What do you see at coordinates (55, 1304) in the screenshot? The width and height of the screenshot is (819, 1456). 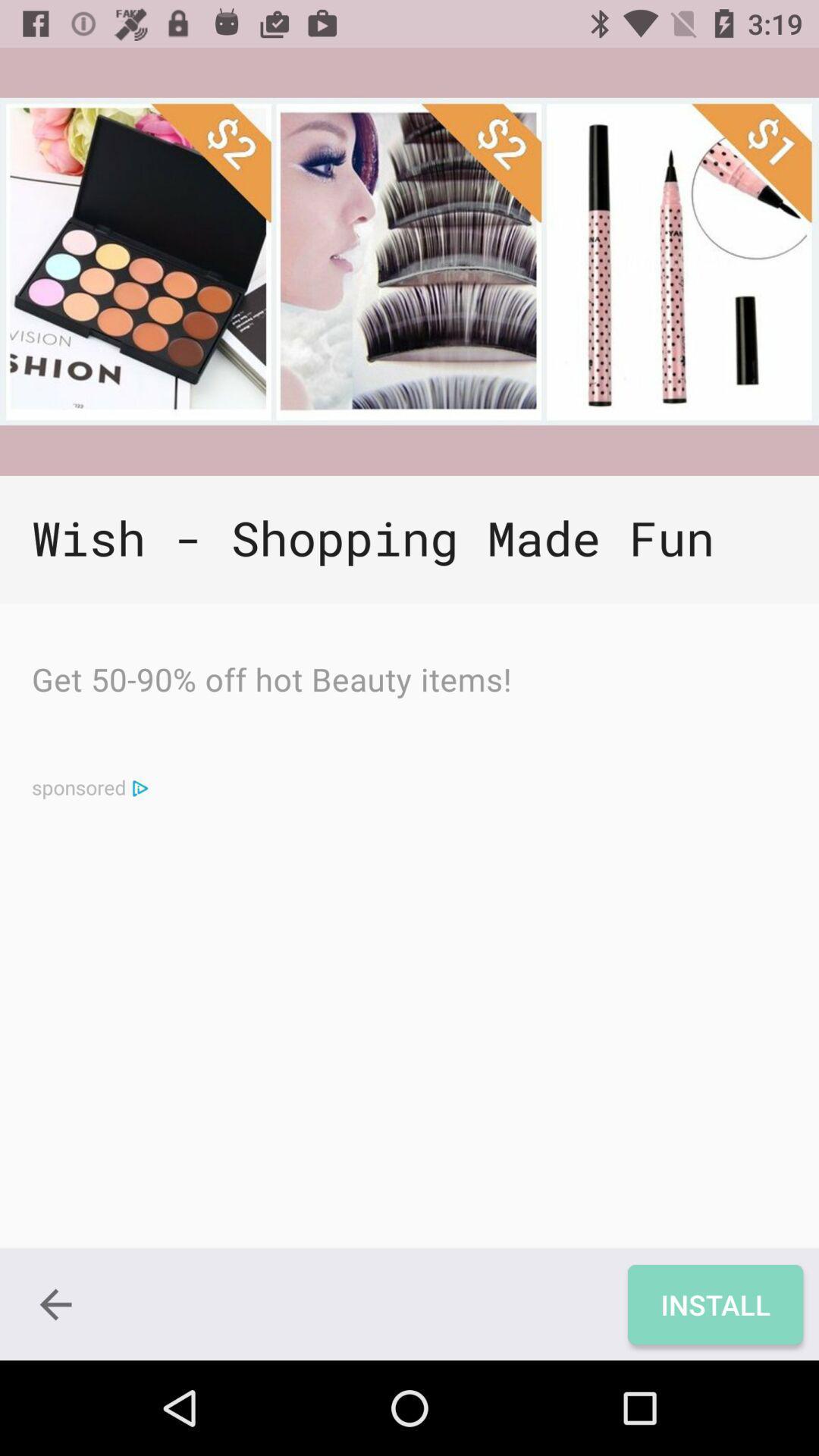 I see `icon next to the install icon` at bounding box center [55, 1304].